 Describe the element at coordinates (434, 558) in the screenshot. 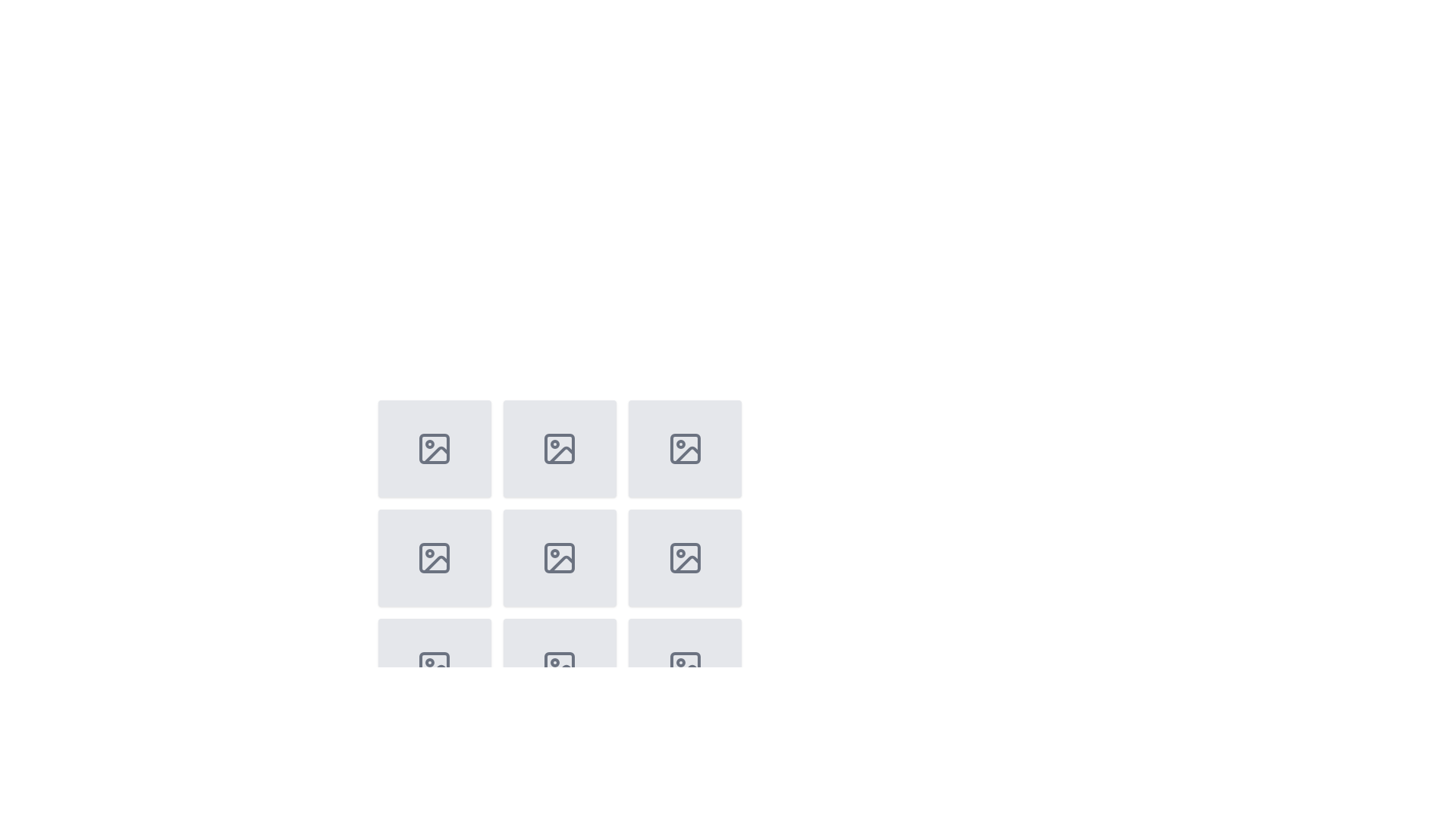

I see `the graphical placeholder icon representing an image, located in the center of its gray background panel, which is the third item in the second row of the grid layout` at that location.